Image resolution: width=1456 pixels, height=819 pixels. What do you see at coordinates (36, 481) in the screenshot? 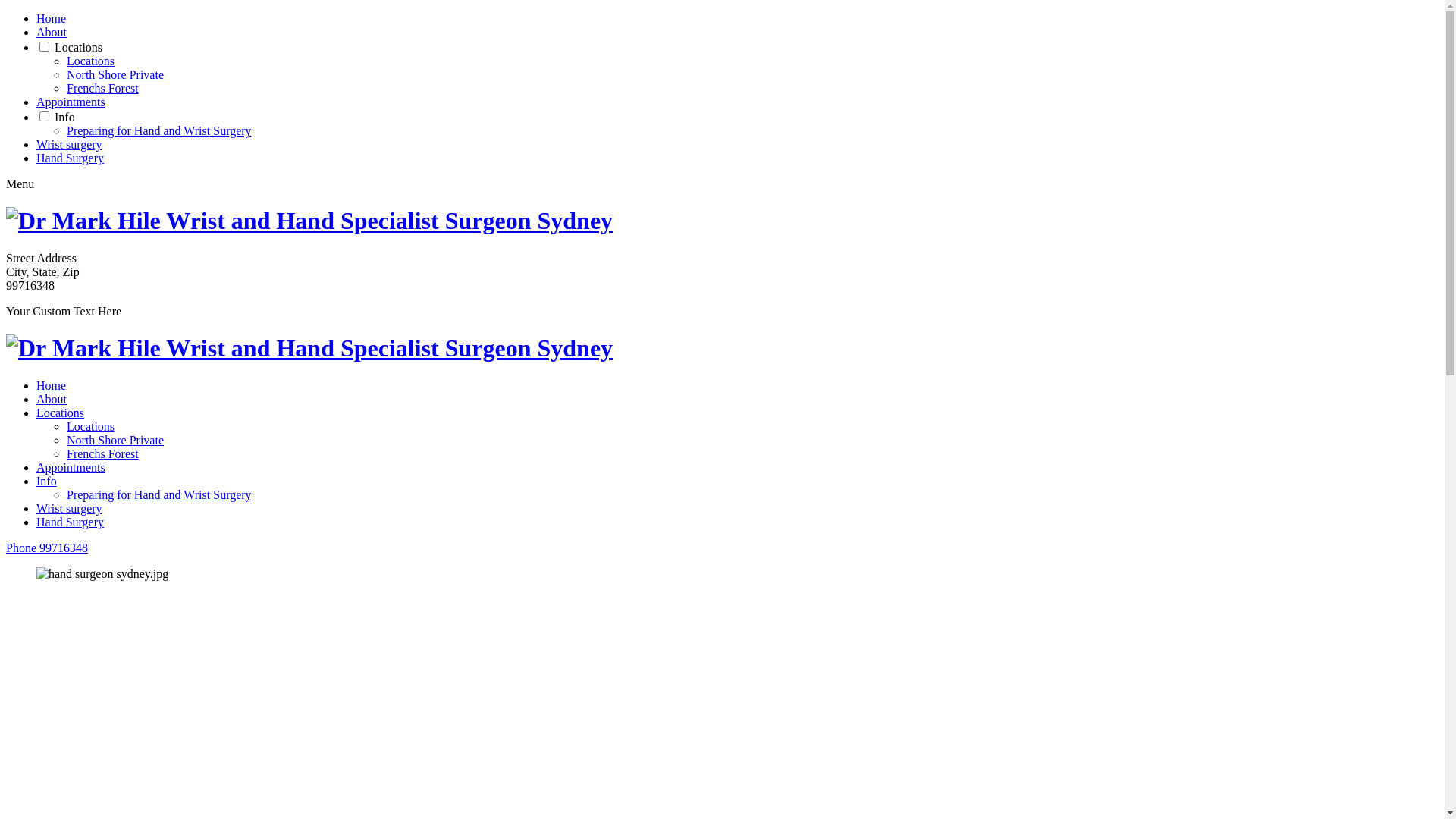
I see `'Info'` at bounding box center [36, 481].